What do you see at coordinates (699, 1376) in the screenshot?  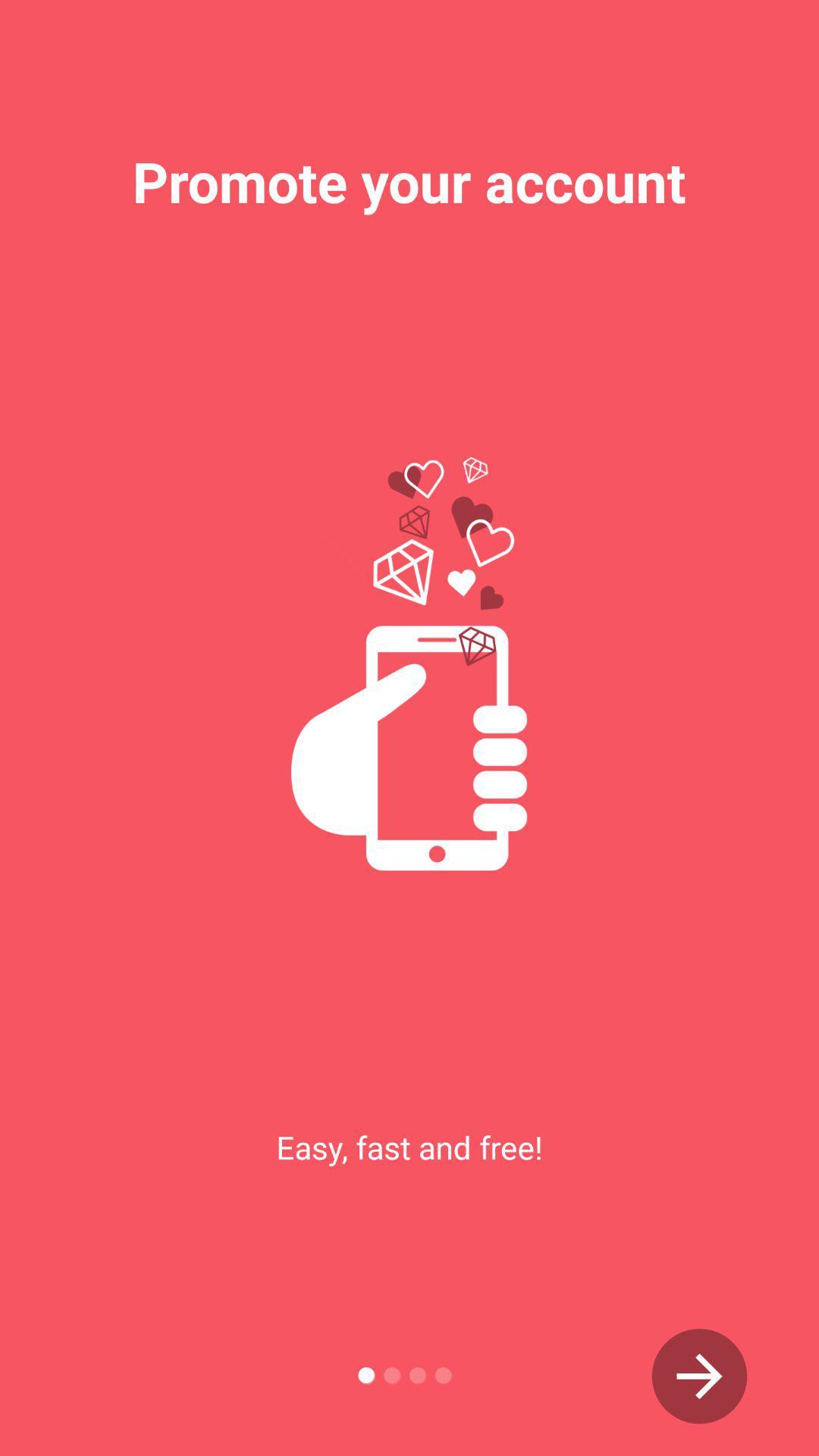 I see `go next arrow` at bounding box center [699, 1376].